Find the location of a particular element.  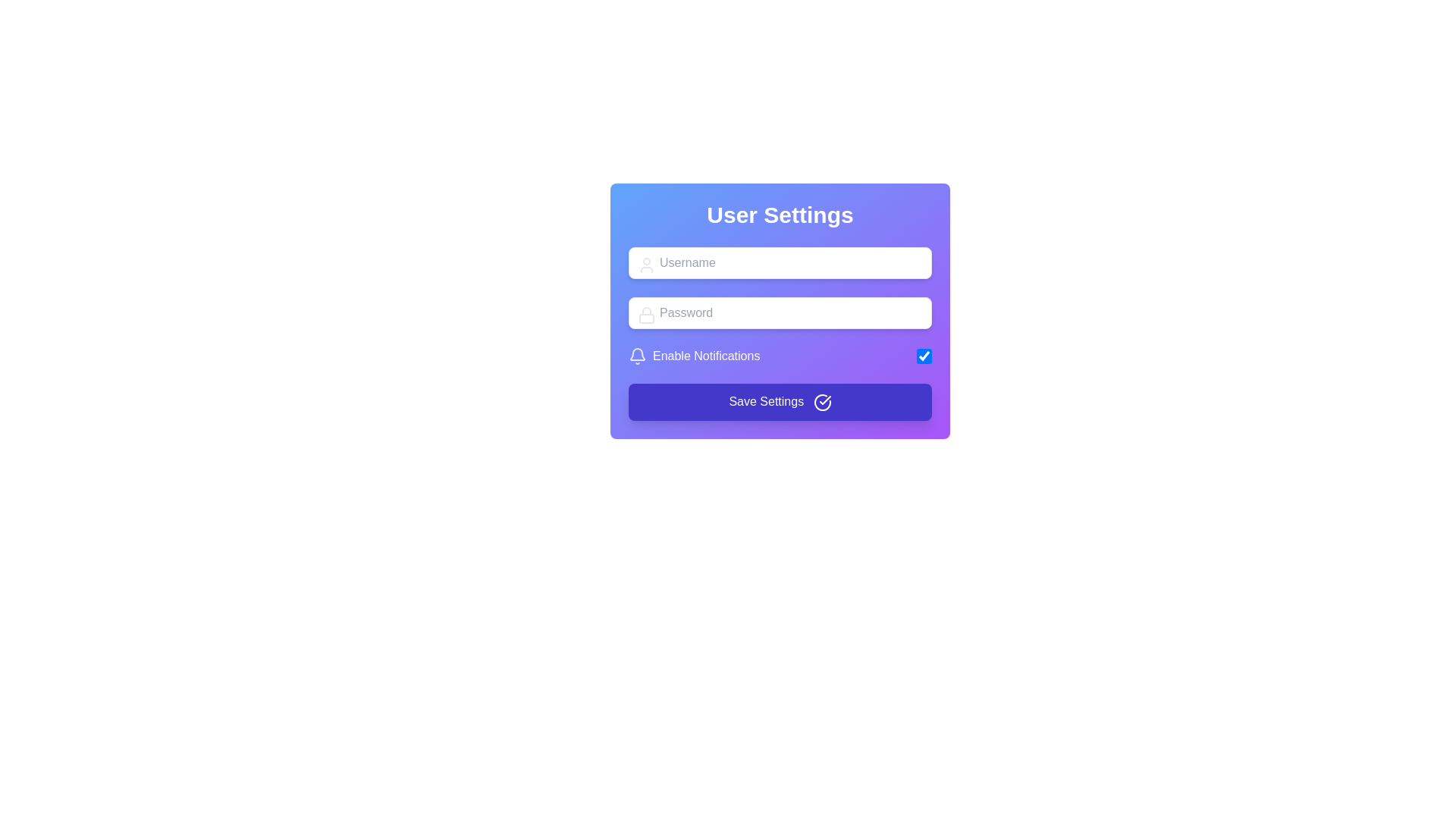

text label that describes the checkbox to its right, providing context for the adjacent elements in the User Settings modal is located at coordinates (705, 356).